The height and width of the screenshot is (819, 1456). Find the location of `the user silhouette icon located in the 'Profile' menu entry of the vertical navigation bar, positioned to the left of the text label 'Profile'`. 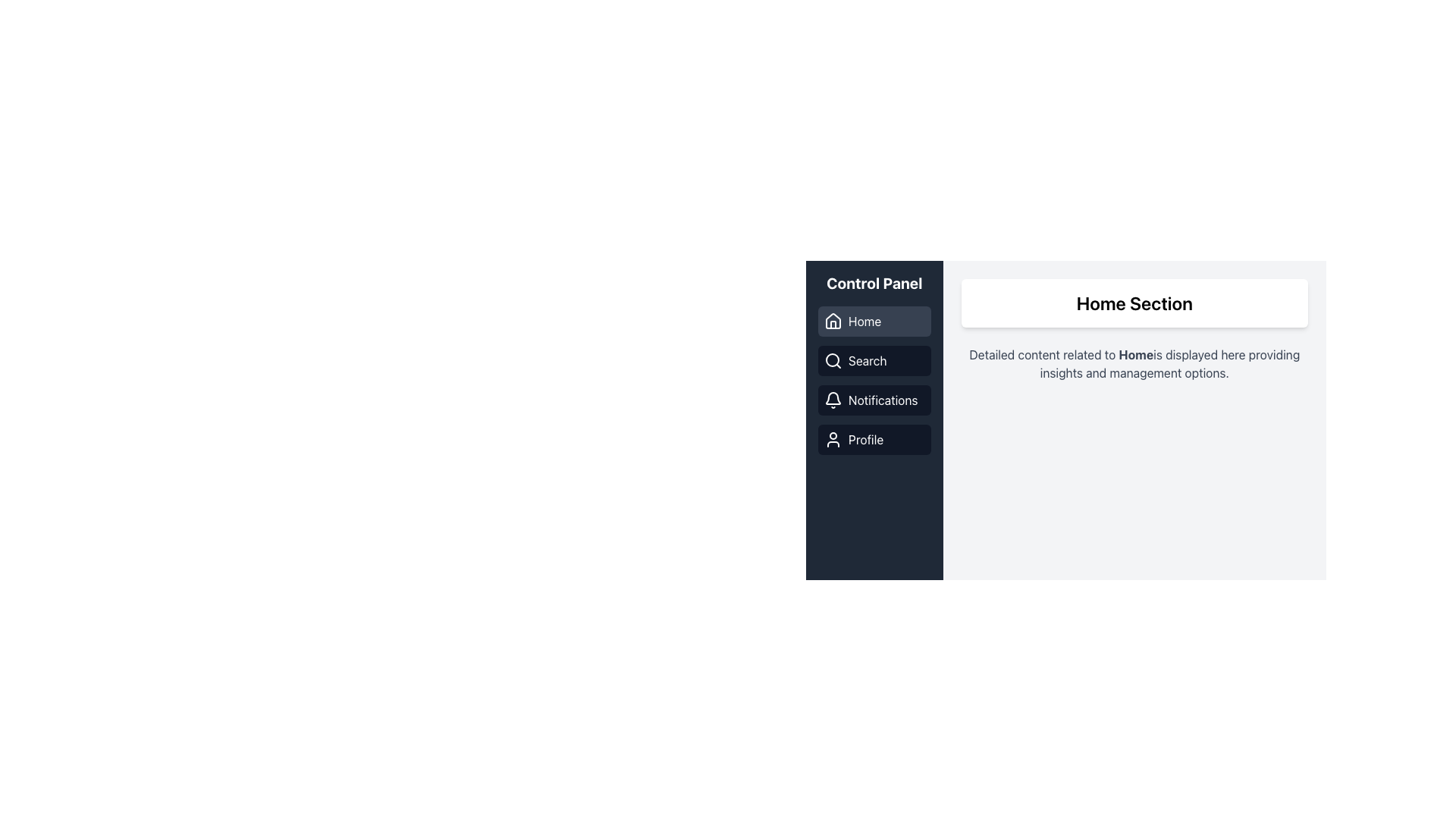

the user silhouette icon located in the 'Profile' menu entry of the vertical navigation bar, positioned to the left of the text label 'Profile' is located at coordinates (833, 439).